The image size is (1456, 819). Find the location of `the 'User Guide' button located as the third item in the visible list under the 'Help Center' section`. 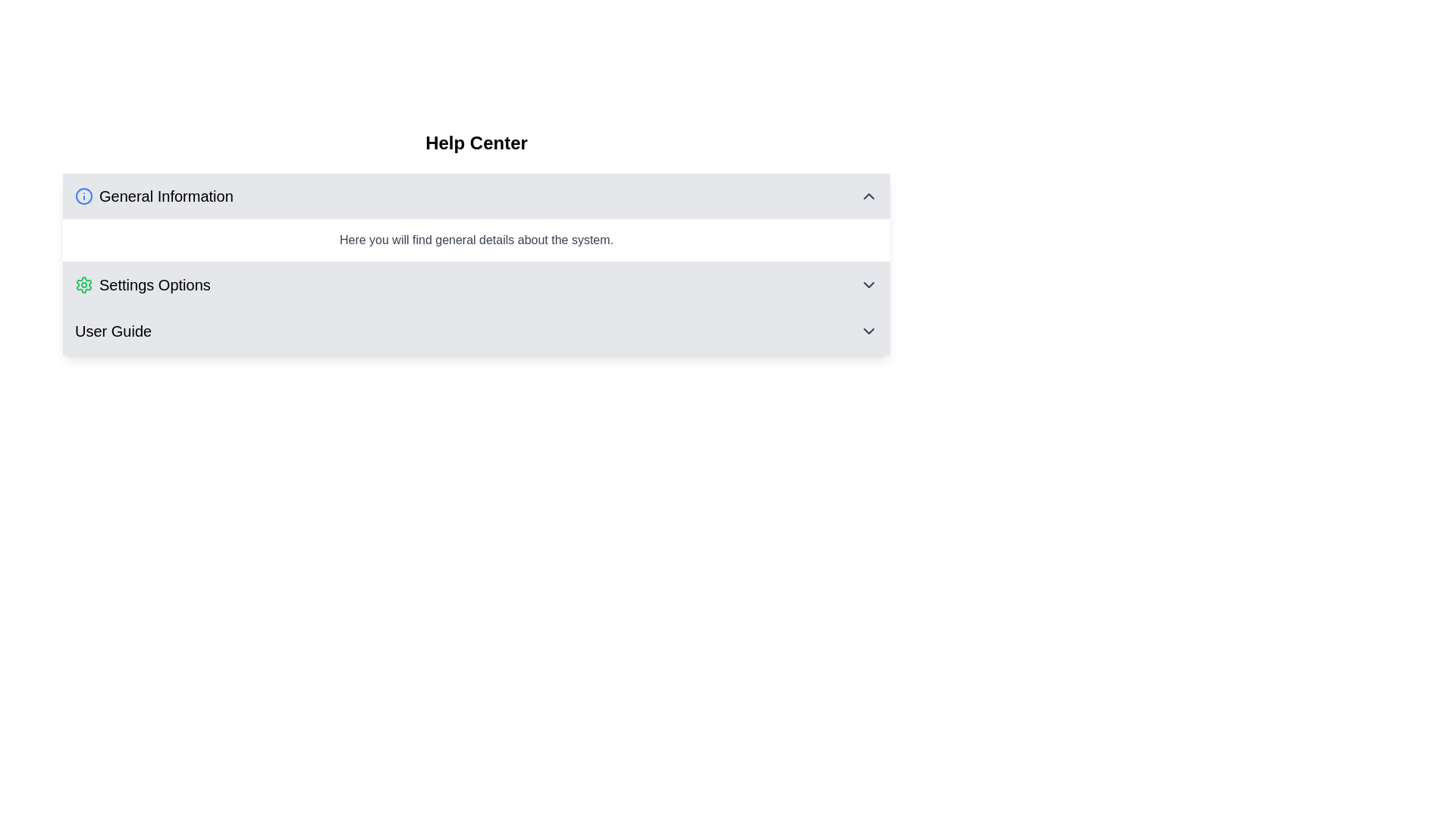

the 'User Guide' button located as the third item in the visible list under the 'Help Center' section is located at coordinates (475, 330).